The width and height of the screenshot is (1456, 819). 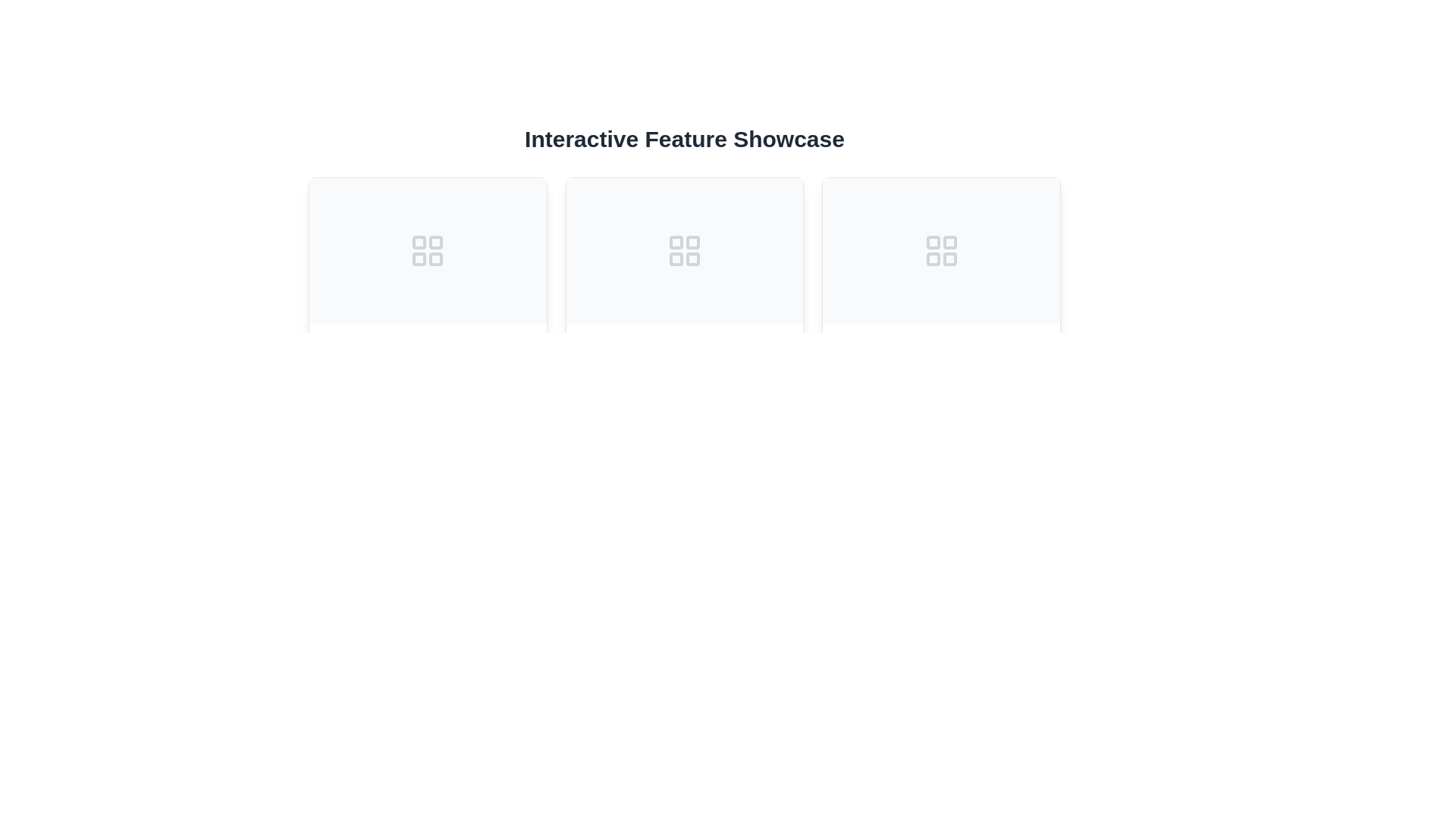 I want to click on the grid-like SVG icon representing a layout grid, which is the third element in a sequence of similar icons, so click(x=940, y=250).